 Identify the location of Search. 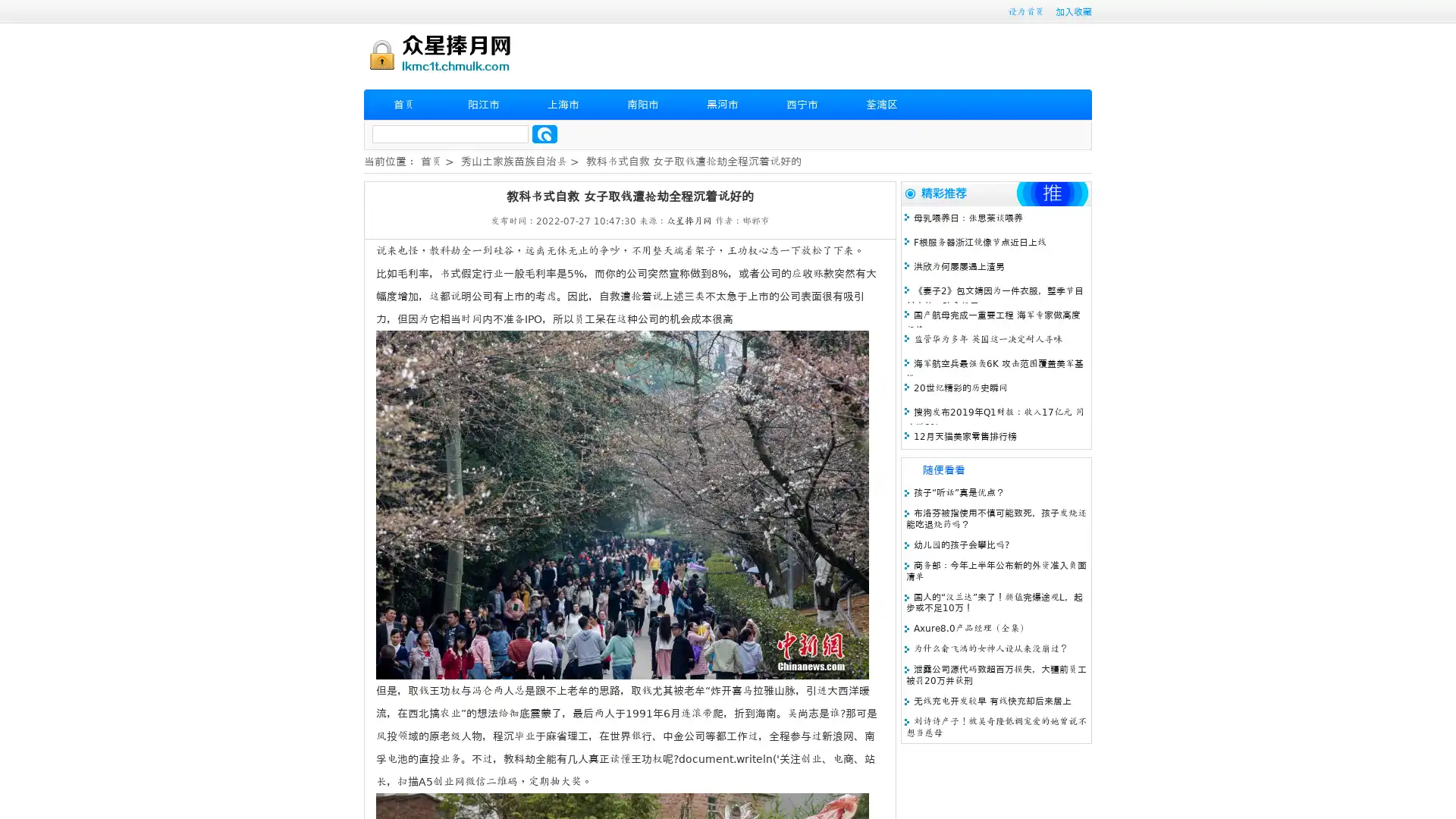
(544, 133).